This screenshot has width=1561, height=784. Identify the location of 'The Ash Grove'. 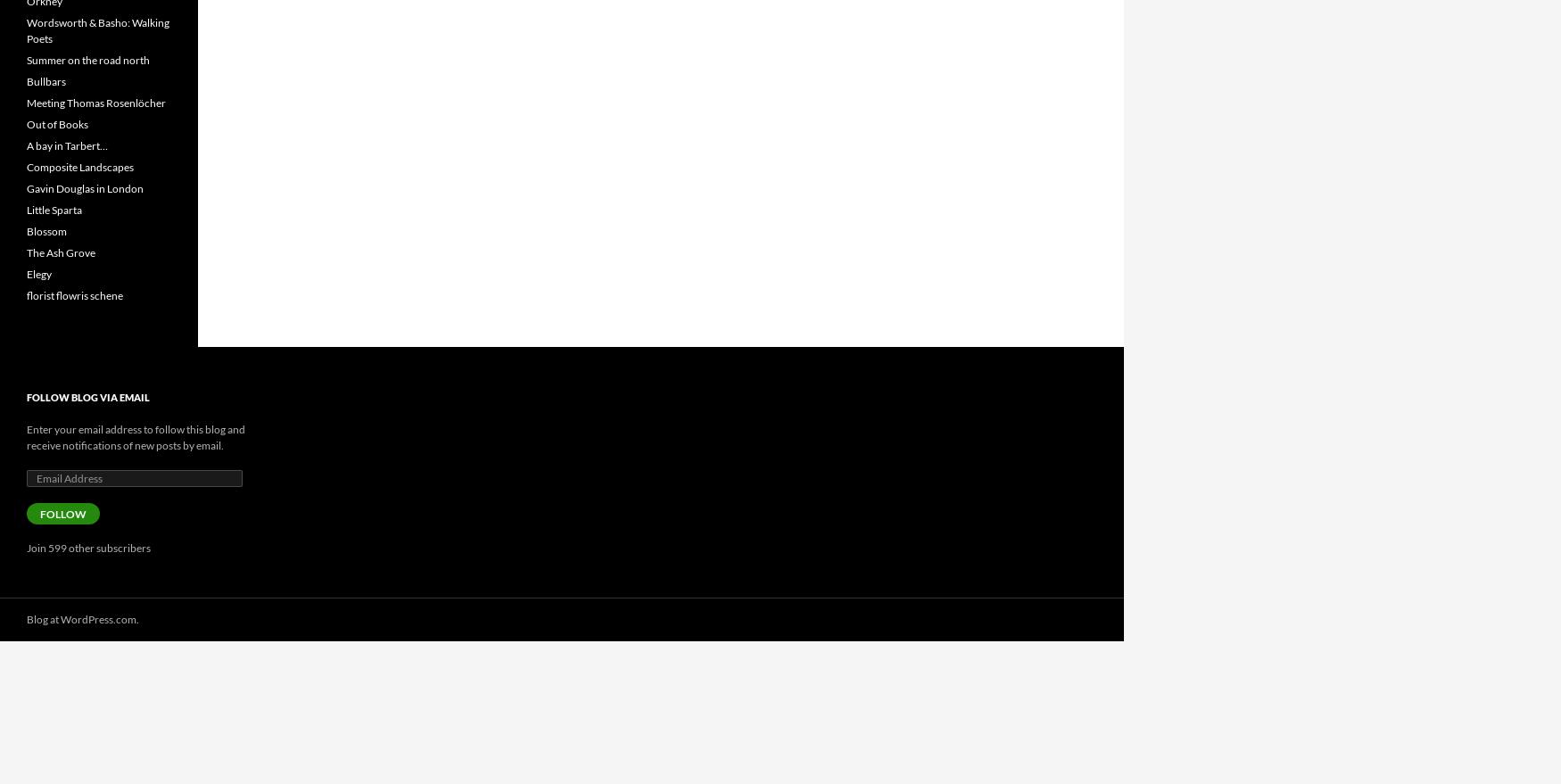
(61, 252).